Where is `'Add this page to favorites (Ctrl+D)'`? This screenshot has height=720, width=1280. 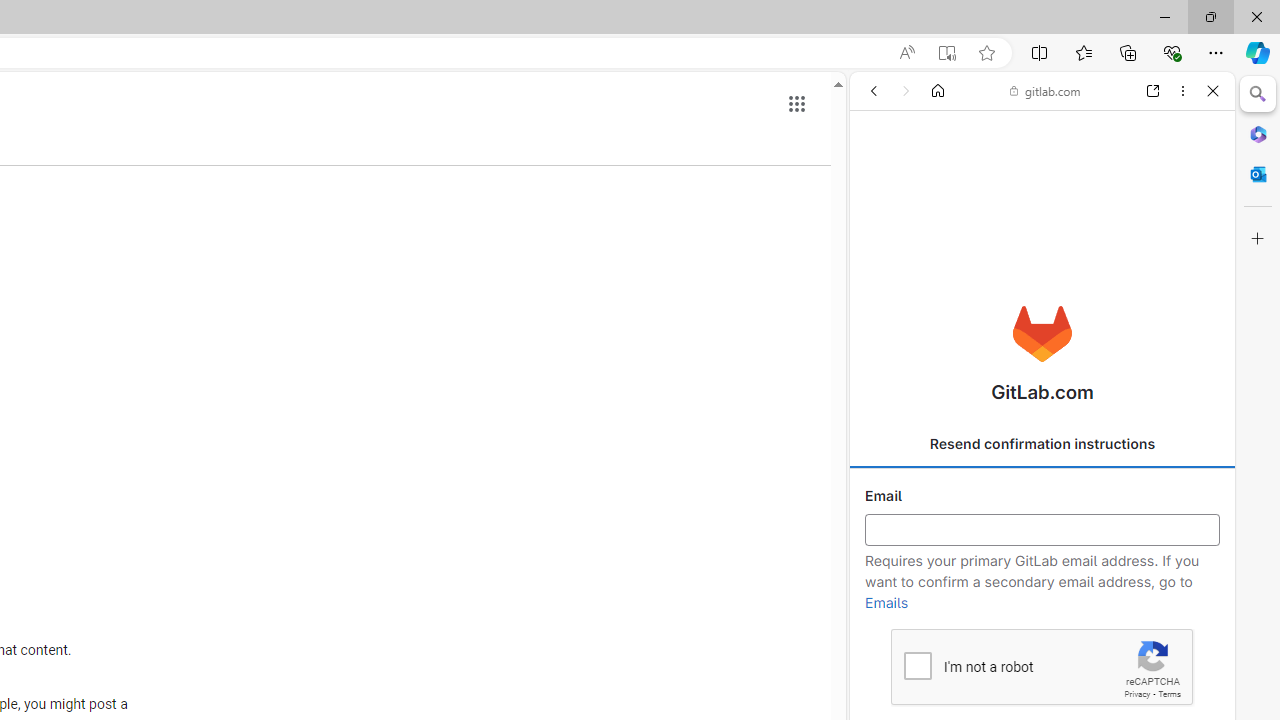 'Add this page to favorites (Ctrl+D)' is located at coordinates (986, 52).